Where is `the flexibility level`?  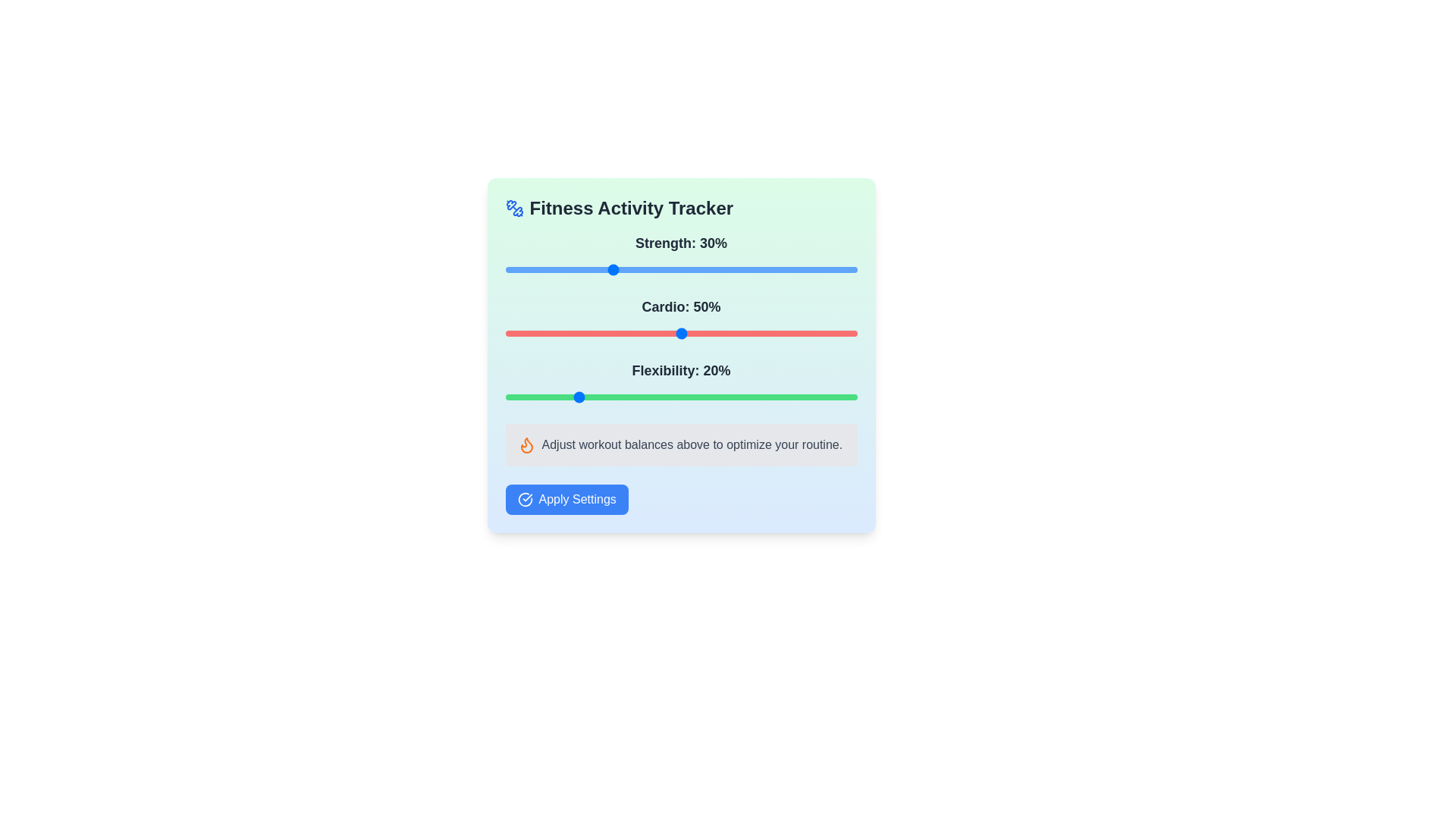 the flexibility level is located at coordinates (694, 397).